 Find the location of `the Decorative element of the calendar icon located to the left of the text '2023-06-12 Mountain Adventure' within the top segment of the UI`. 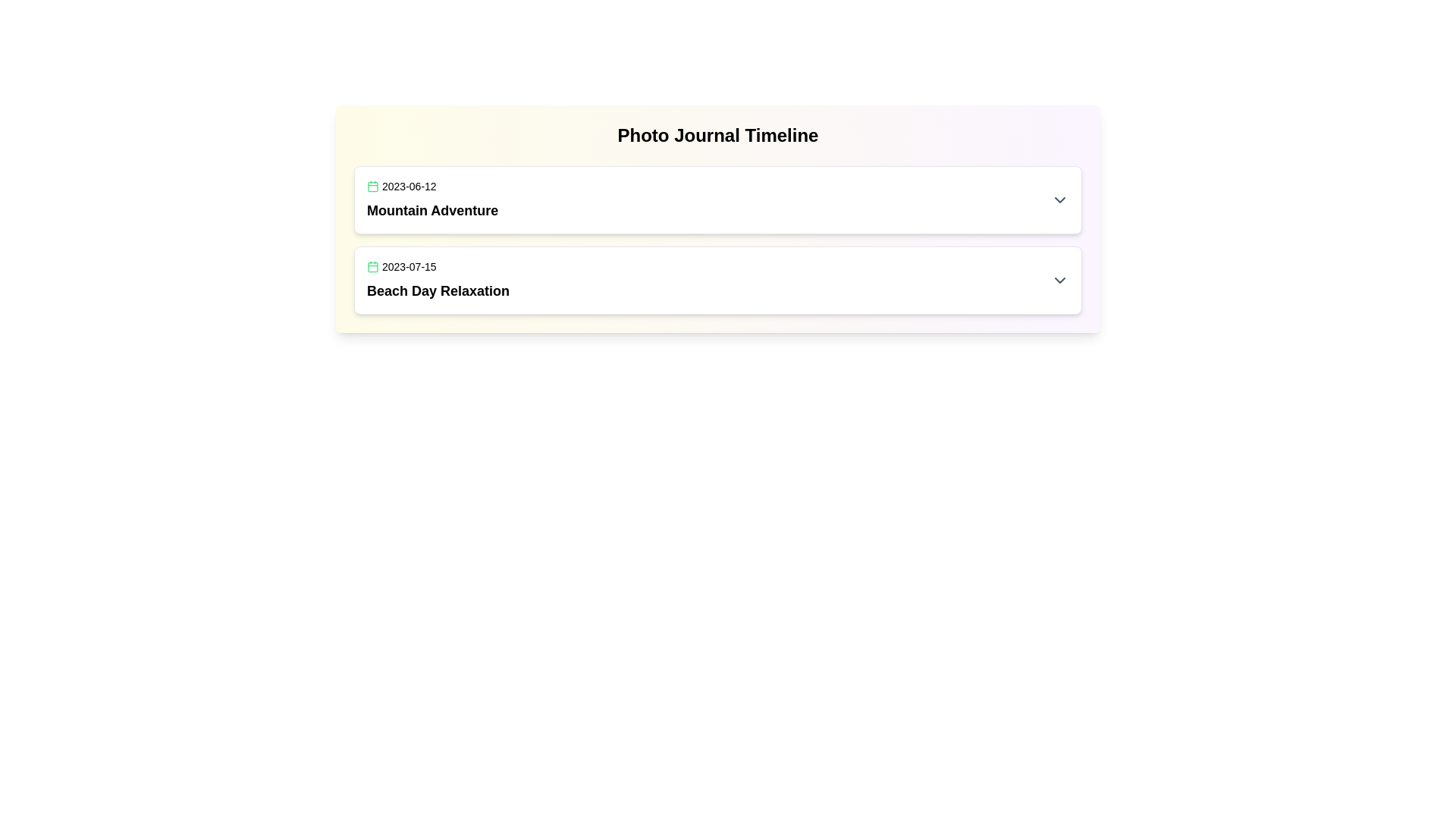

the Decorative element of the calendar icon located to the left of the text '2023-06-12 Mountain Adventure' within the top segment of the UI is located at coordinates (372, 186).